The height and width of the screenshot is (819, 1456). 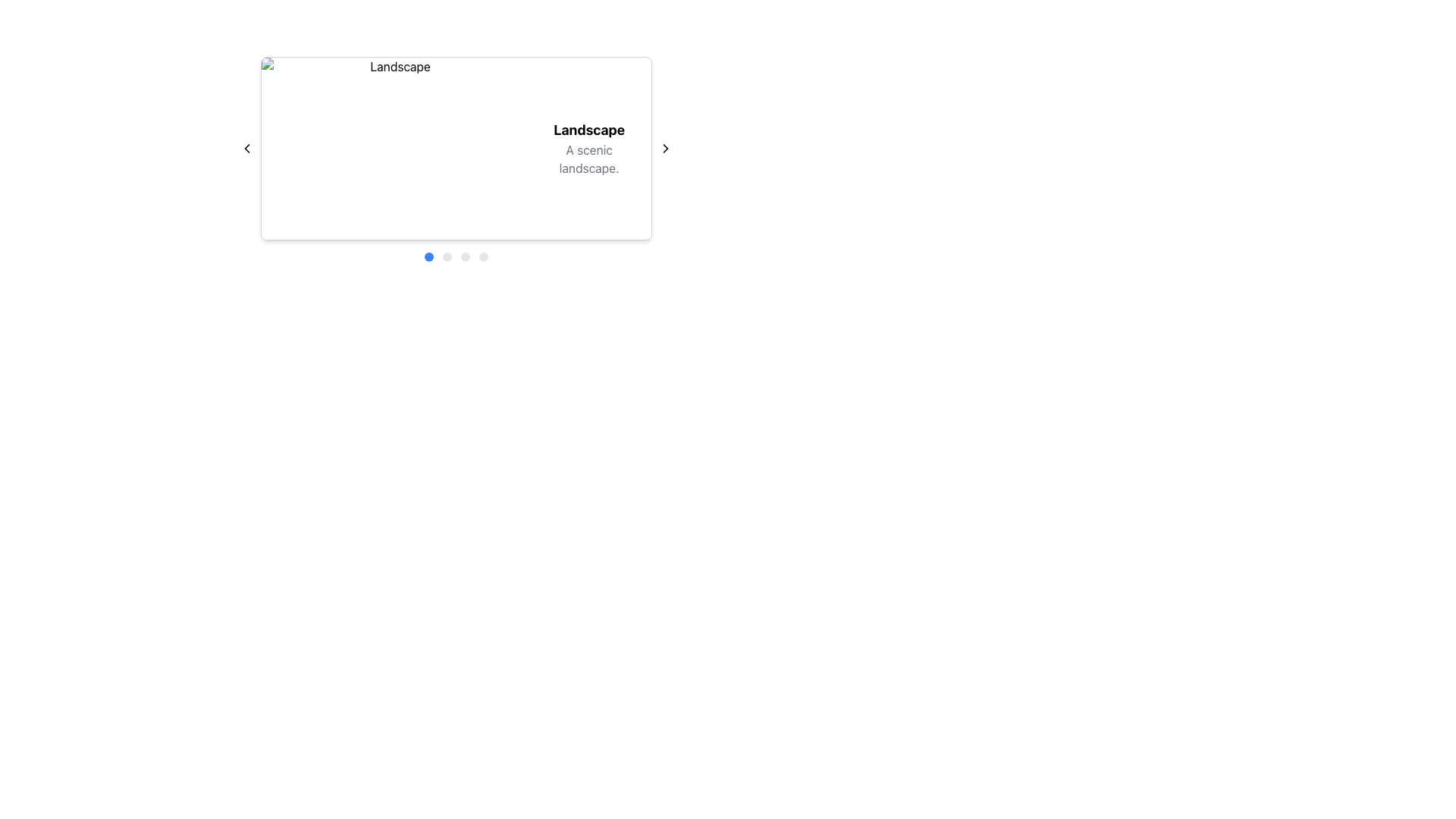 I want to click on the Chevron icon embedded in the button on the right side of the 'Landscape' card, so click(x=666, y=149).